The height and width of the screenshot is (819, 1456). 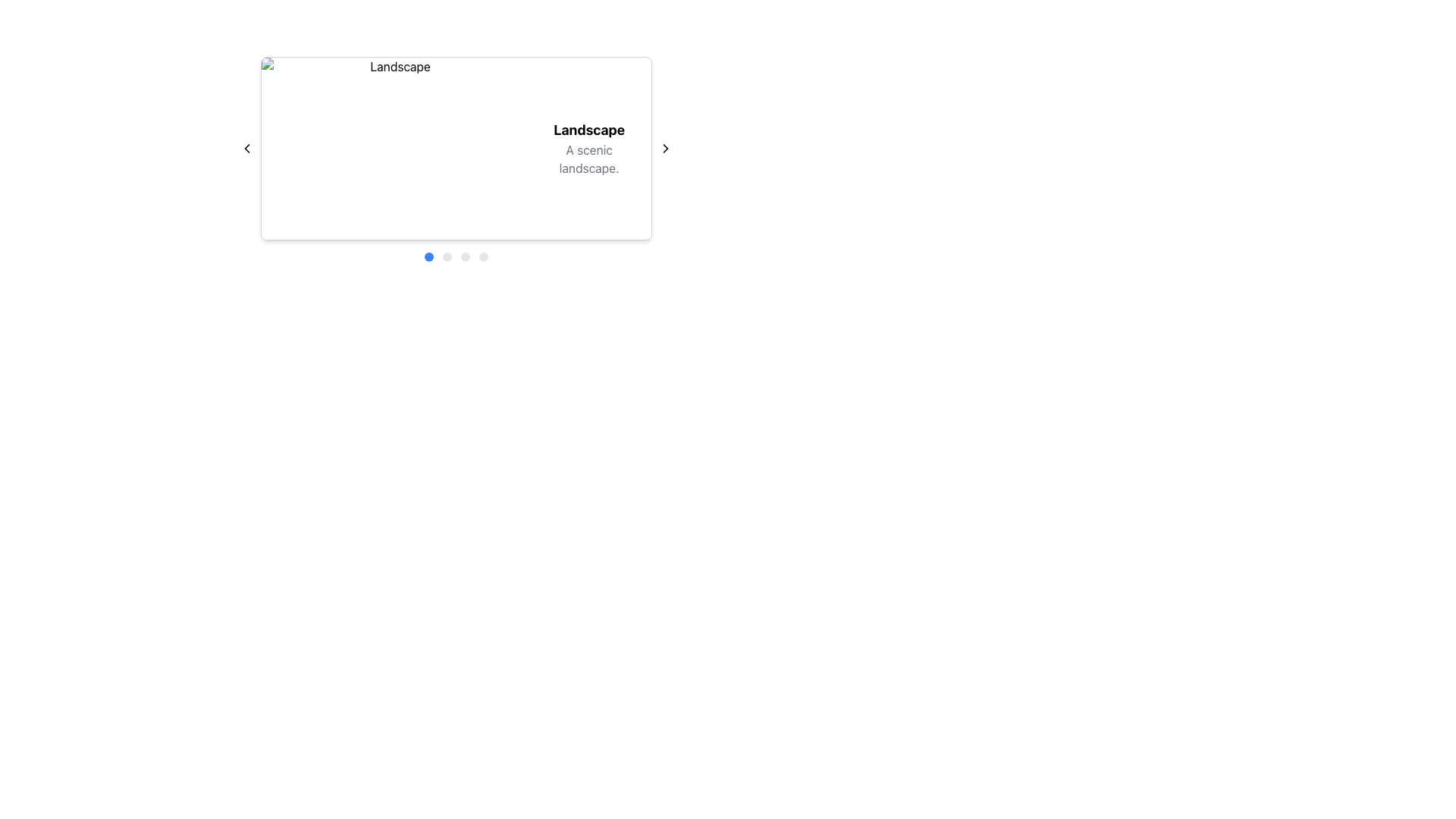 I want to click on the Chevron icon embedded in the button on the right side of the 'Landscape' card, so click(x=666, y=149).